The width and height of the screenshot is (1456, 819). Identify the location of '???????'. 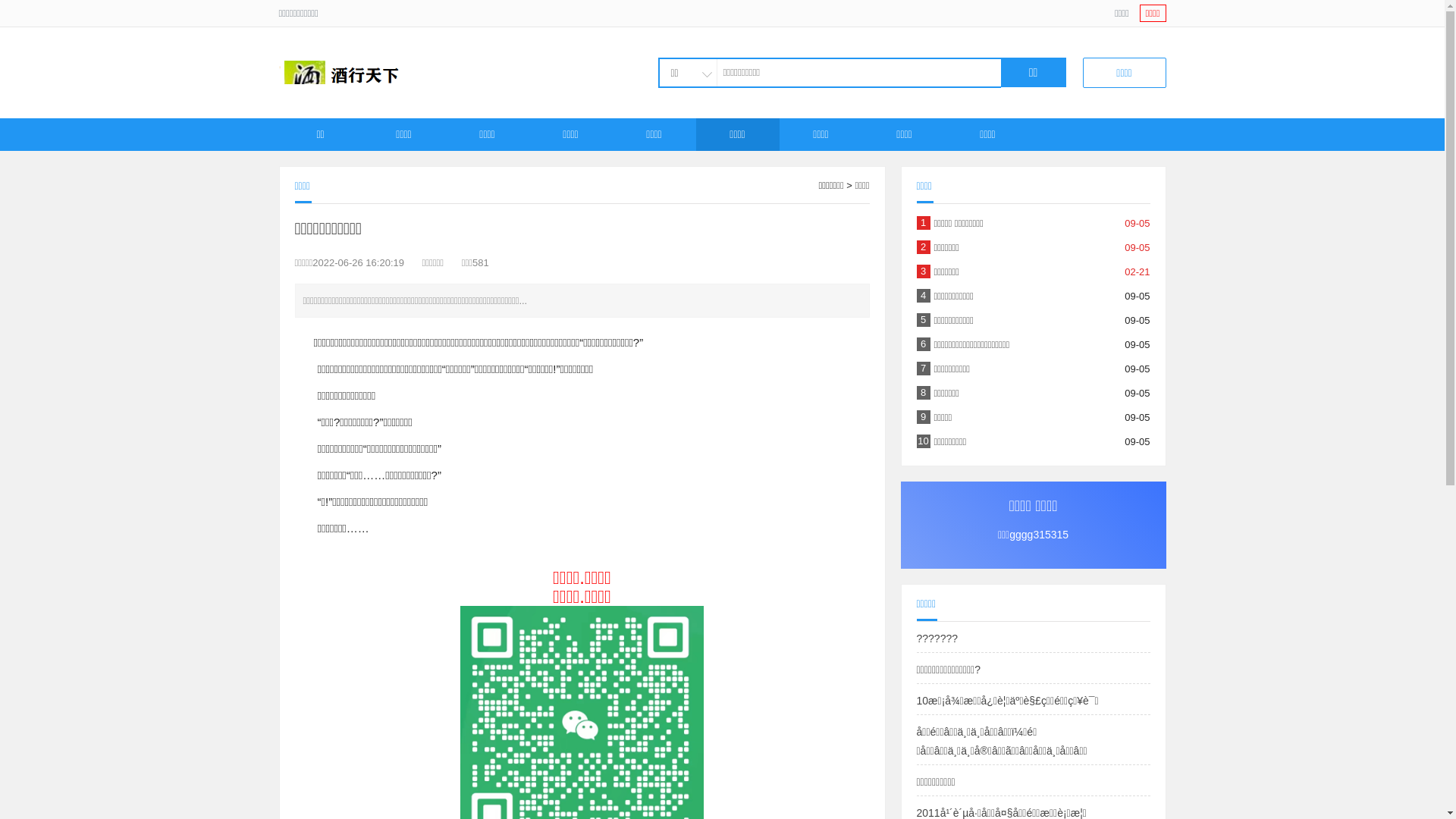
(936, 638).